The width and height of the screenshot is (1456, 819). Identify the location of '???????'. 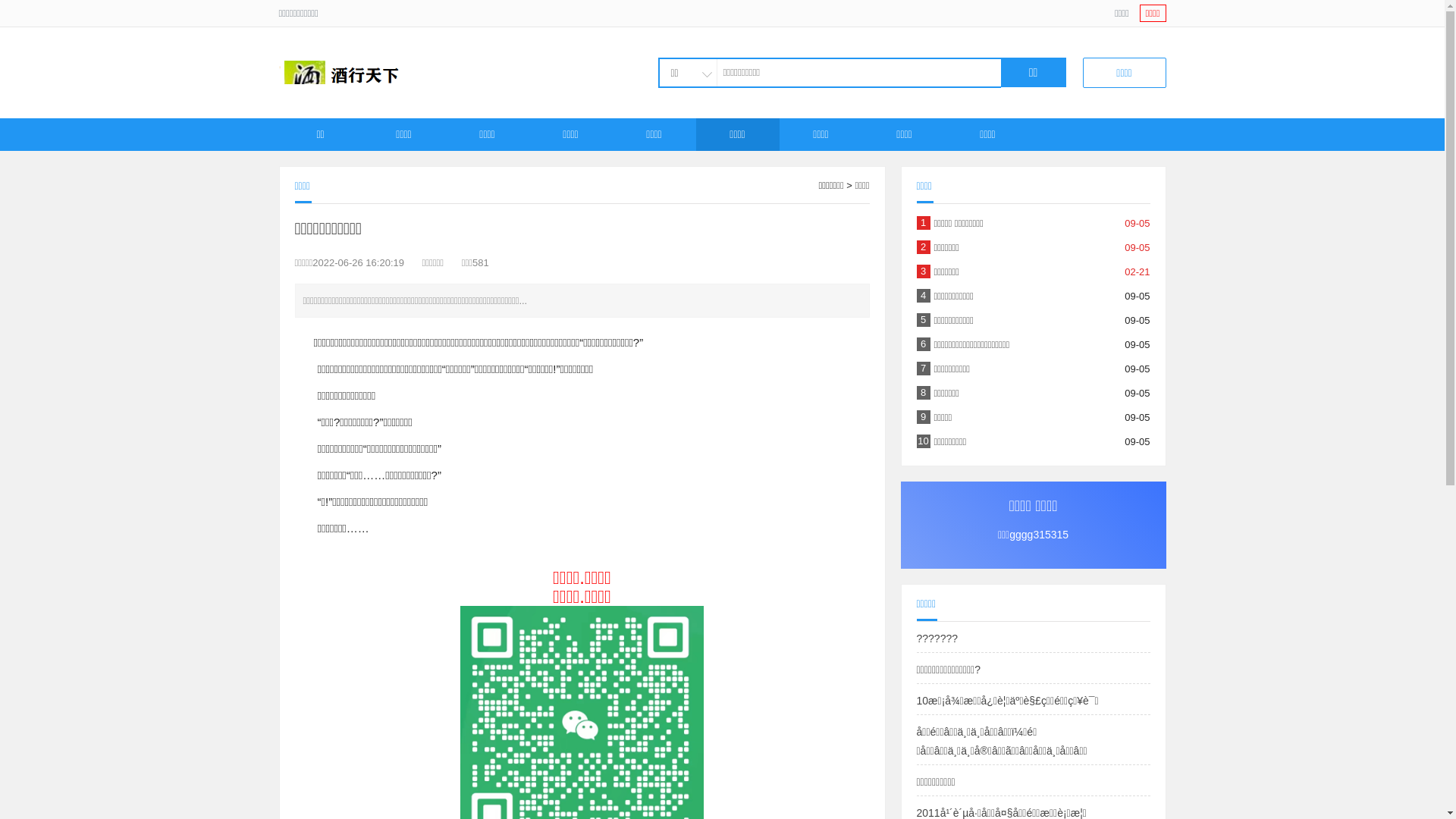
(936, 638).